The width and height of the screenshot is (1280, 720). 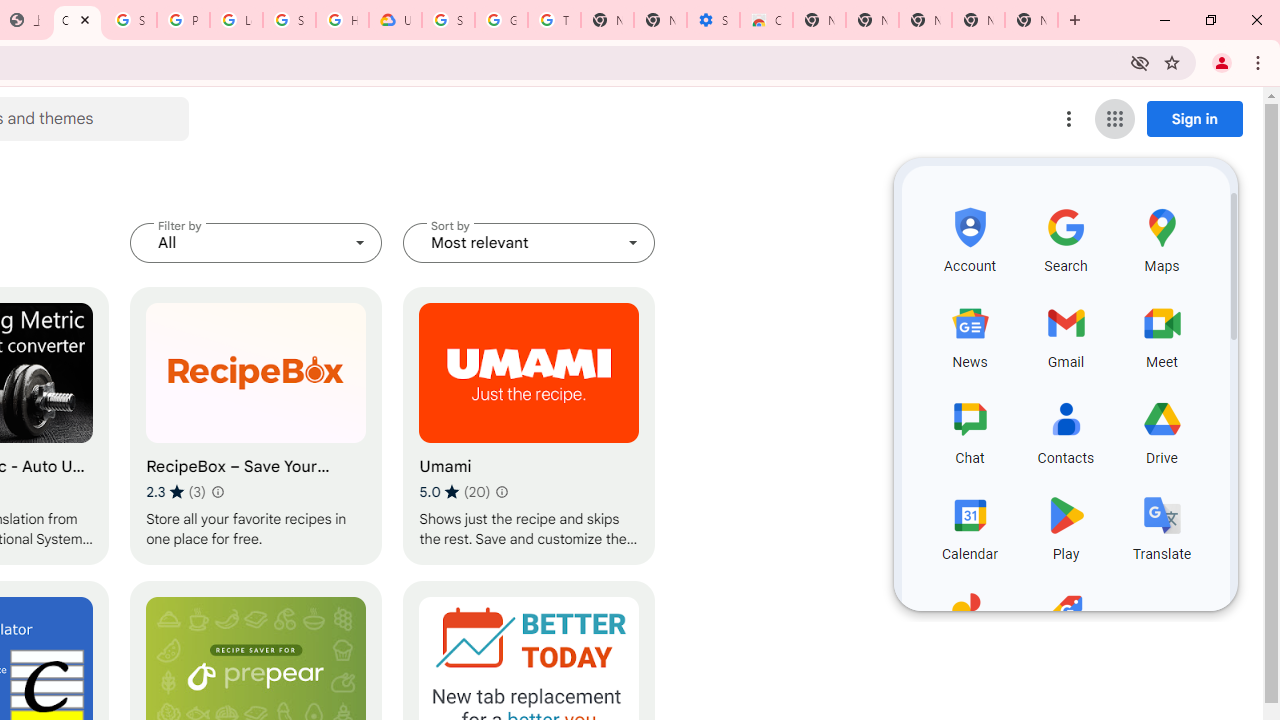 I want to click on 'Learn more about results and reviews "Umami"', so click(x=502, y=492).